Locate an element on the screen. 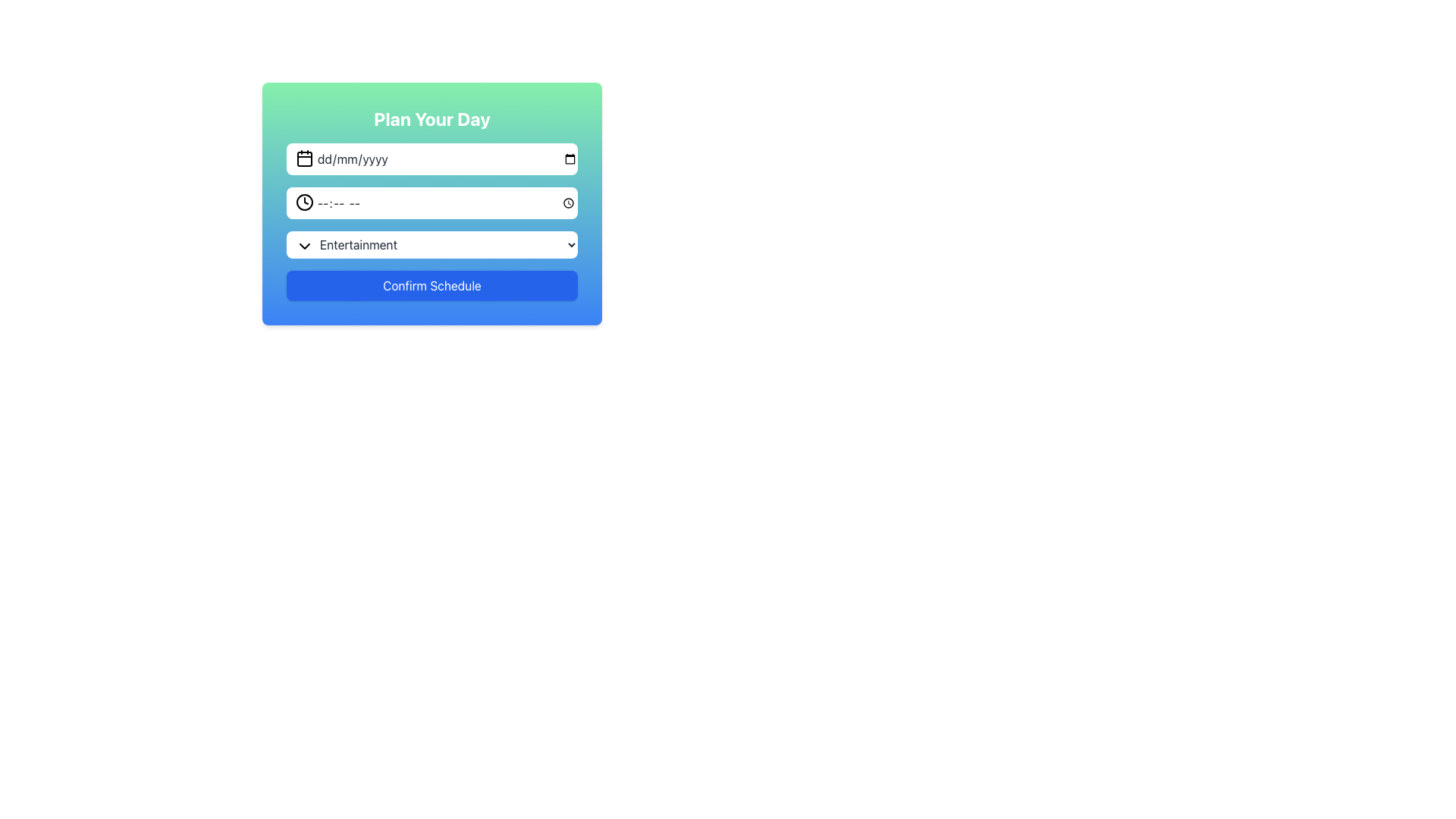 This screenshot has width=1456, height=819. an option from the 'Entertainment' dropdown menu located below the time selection field and above the 'Confirm Schedule' button is located at coordinates (431, 244).